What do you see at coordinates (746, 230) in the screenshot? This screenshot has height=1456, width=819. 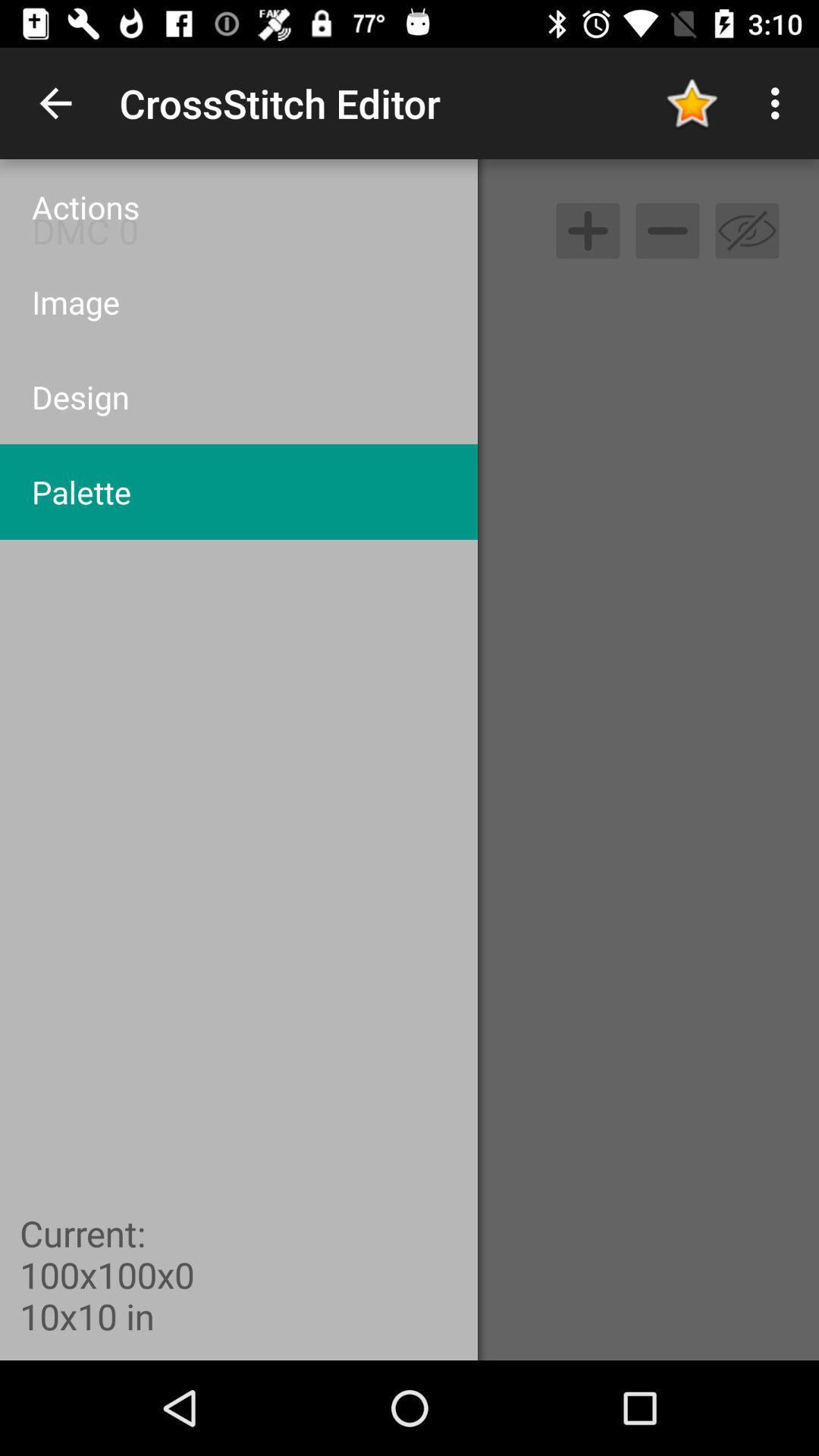 I see `the visibility icon` at bounding box center [746, 230].